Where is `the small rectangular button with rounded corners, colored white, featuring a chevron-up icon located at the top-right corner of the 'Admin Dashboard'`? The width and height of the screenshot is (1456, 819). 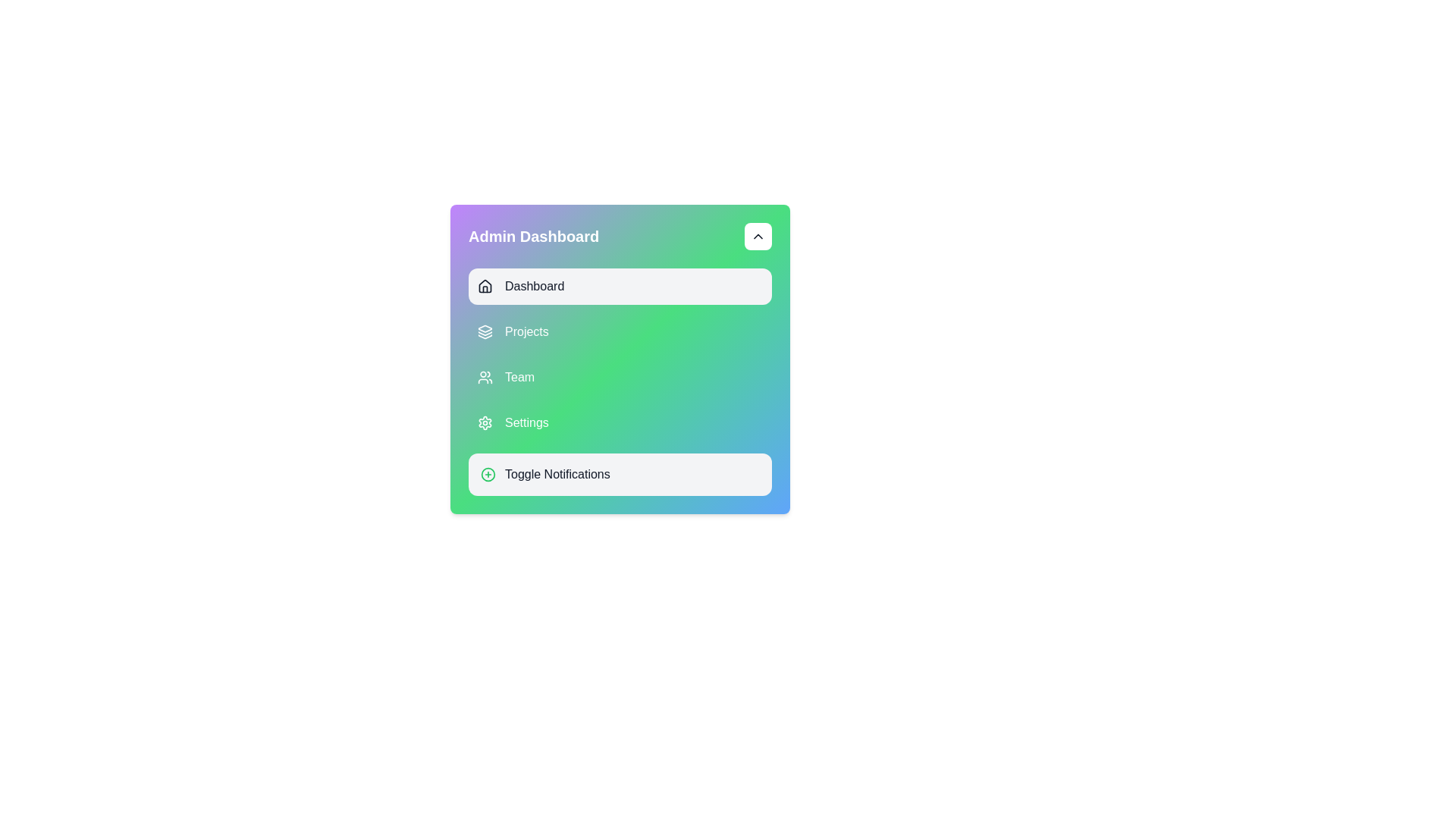 the small rectangular button with rounded corners, colored white, featuring a chevron-up icon located at the top-right corner of the 'Admin Dashboard' is located at coordinates (758, 237).